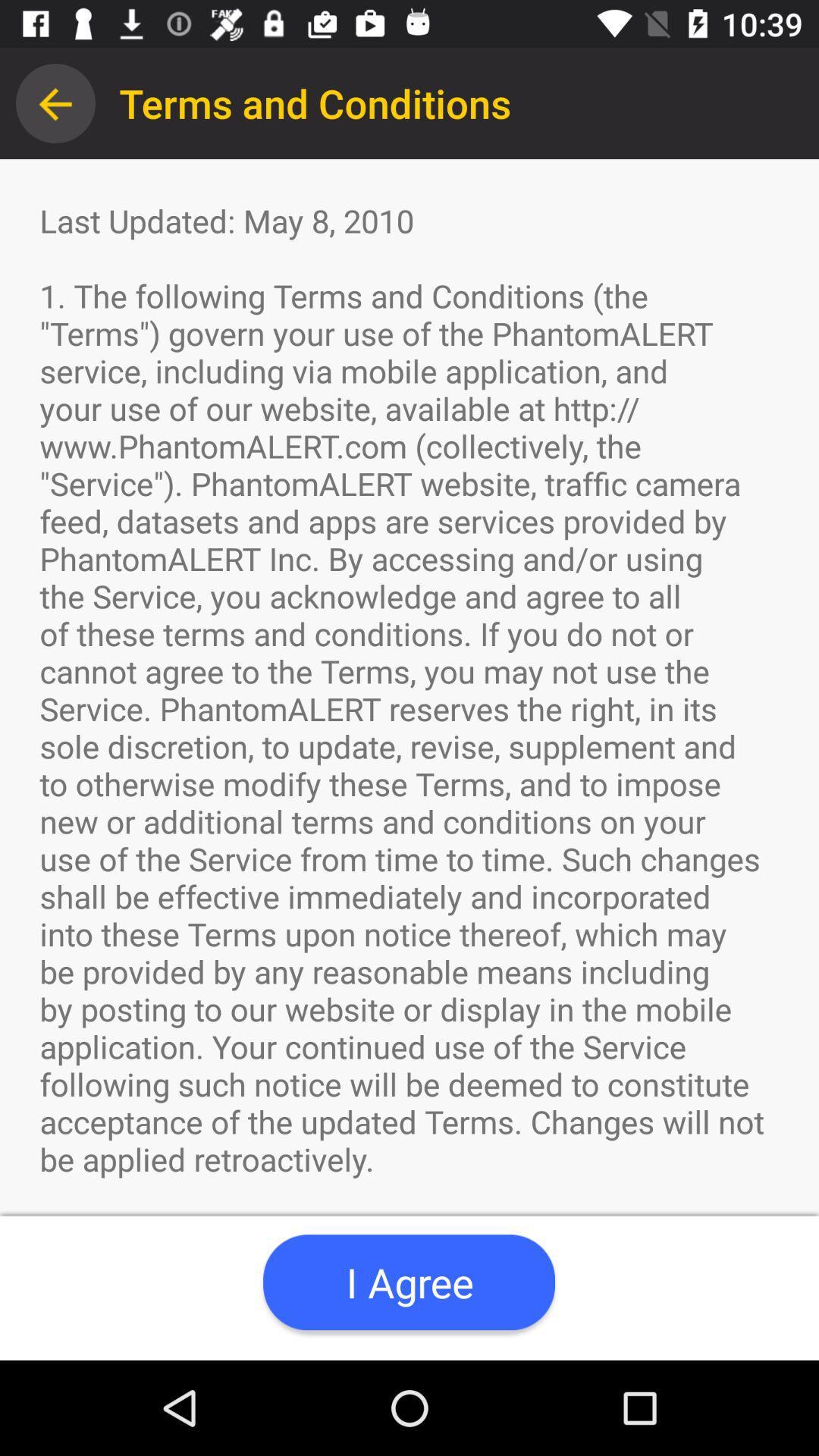 This screenshot has width=819, height=1456. What do you see at coordinates (55, 102) in the screenshot?
I see `icon above last updated may item` at bounding box center [55, 102].